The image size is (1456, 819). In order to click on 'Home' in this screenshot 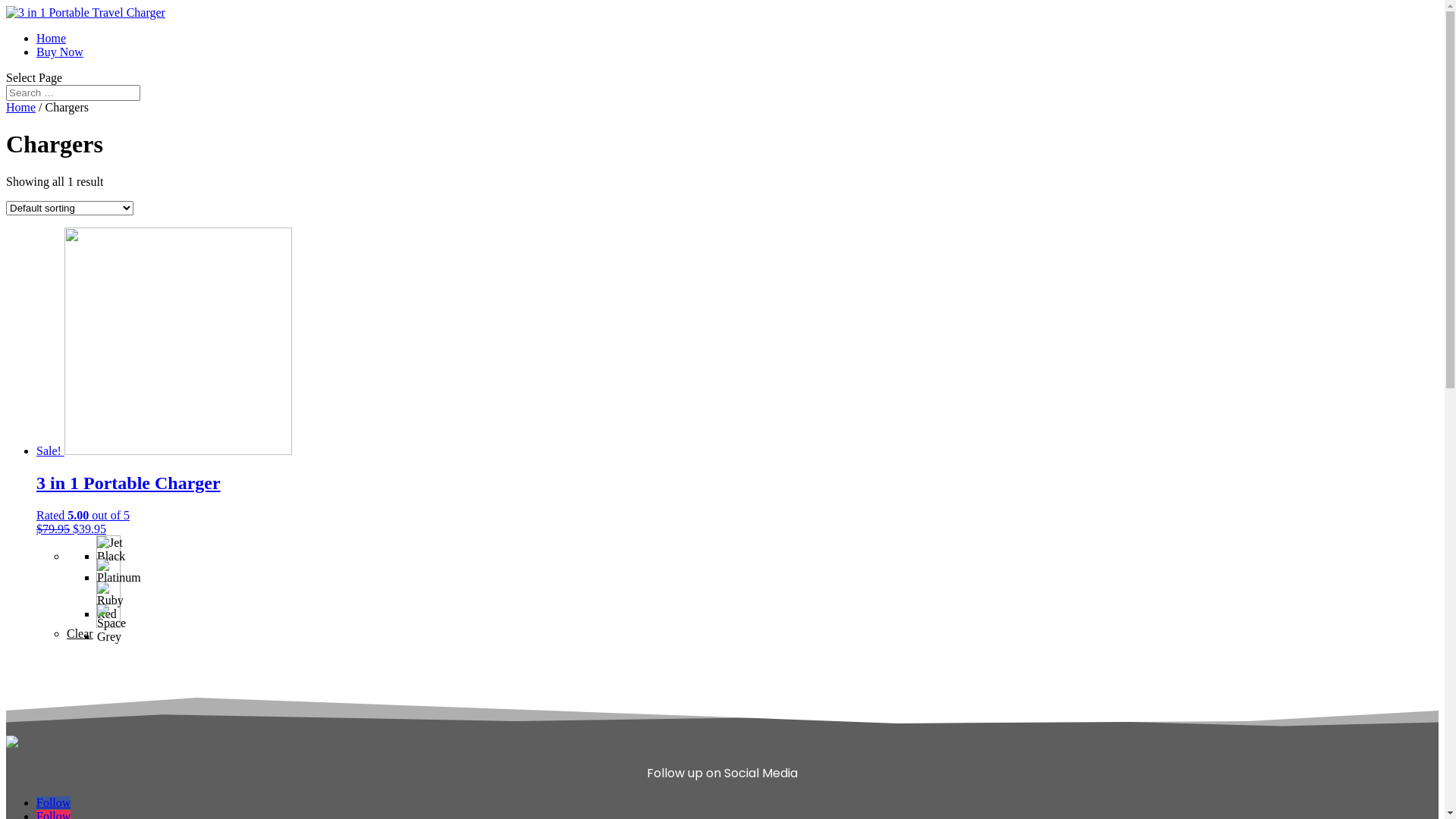, I will do `click(20, 106)`.